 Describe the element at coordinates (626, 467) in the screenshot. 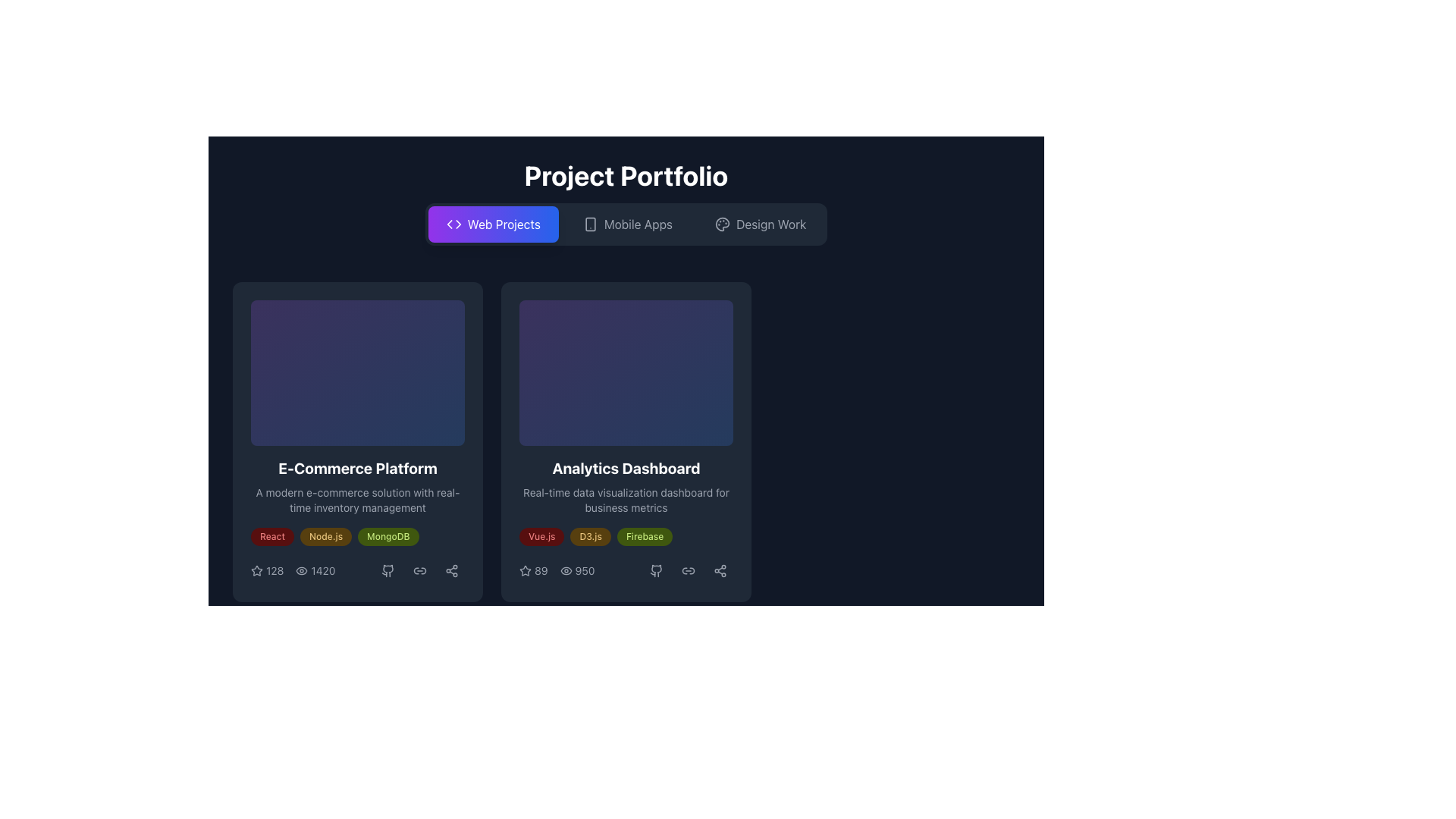

I see `the static text label reading 'Analytics Dashboard' which is prominently displayed in bold white font at the center-bottom of the second card in the 'Web Projects' tab` at that location.